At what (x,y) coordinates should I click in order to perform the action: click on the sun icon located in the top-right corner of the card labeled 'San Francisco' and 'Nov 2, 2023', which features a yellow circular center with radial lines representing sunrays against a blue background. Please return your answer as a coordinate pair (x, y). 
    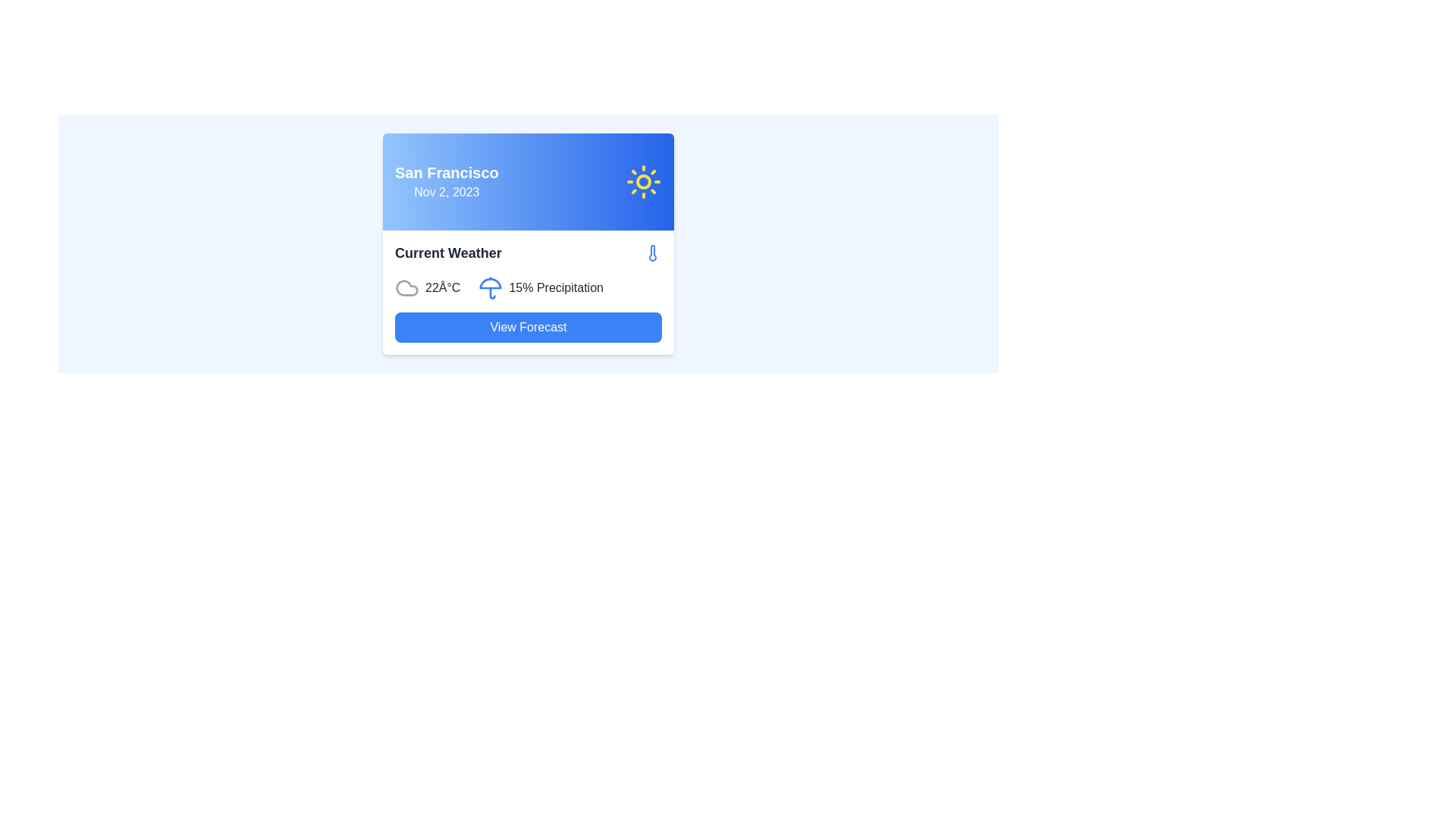
    Looking at the image, I should click on (644, 180).